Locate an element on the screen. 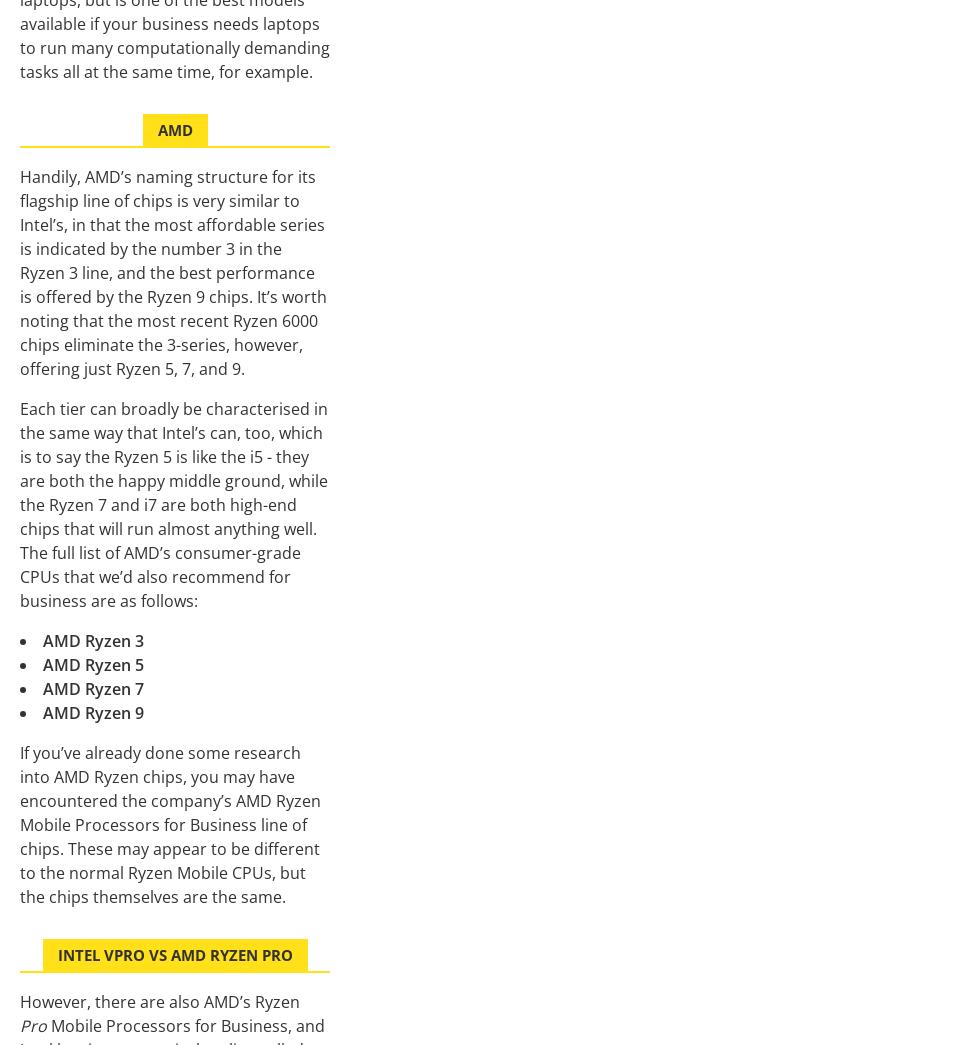 The width and height of the screenshot is (980, 1045). 'Intel vPro vs AMD Ryzen Pro' is located at coordinates (174, 954).